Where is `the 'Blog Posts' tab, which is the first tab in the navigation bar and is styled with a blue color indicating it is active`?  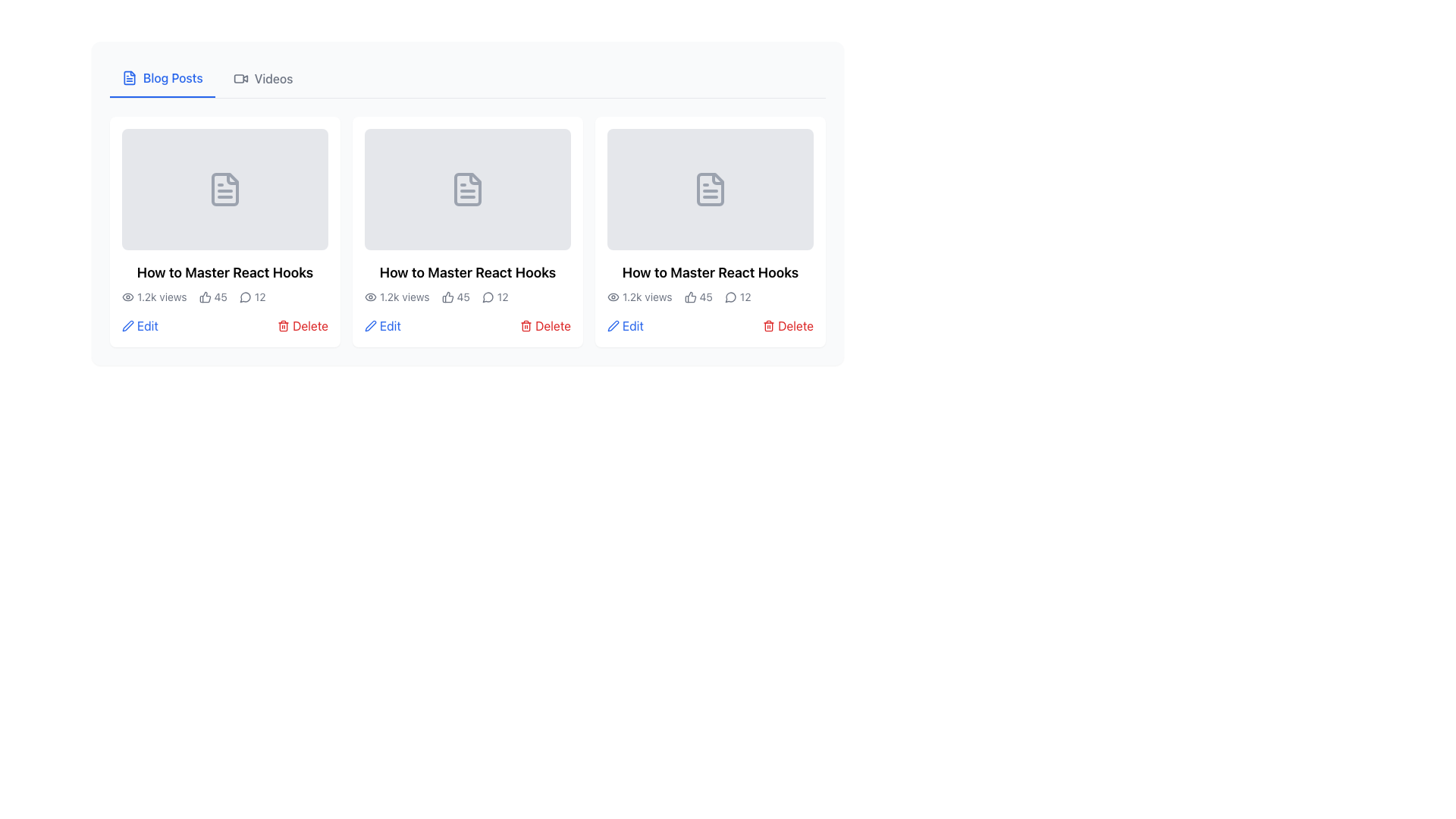
the 'Blog Posts' tab, which is the first tab in the navigation bar and is styled with a blue color indicating it is active is located at coordinates (162, 79).